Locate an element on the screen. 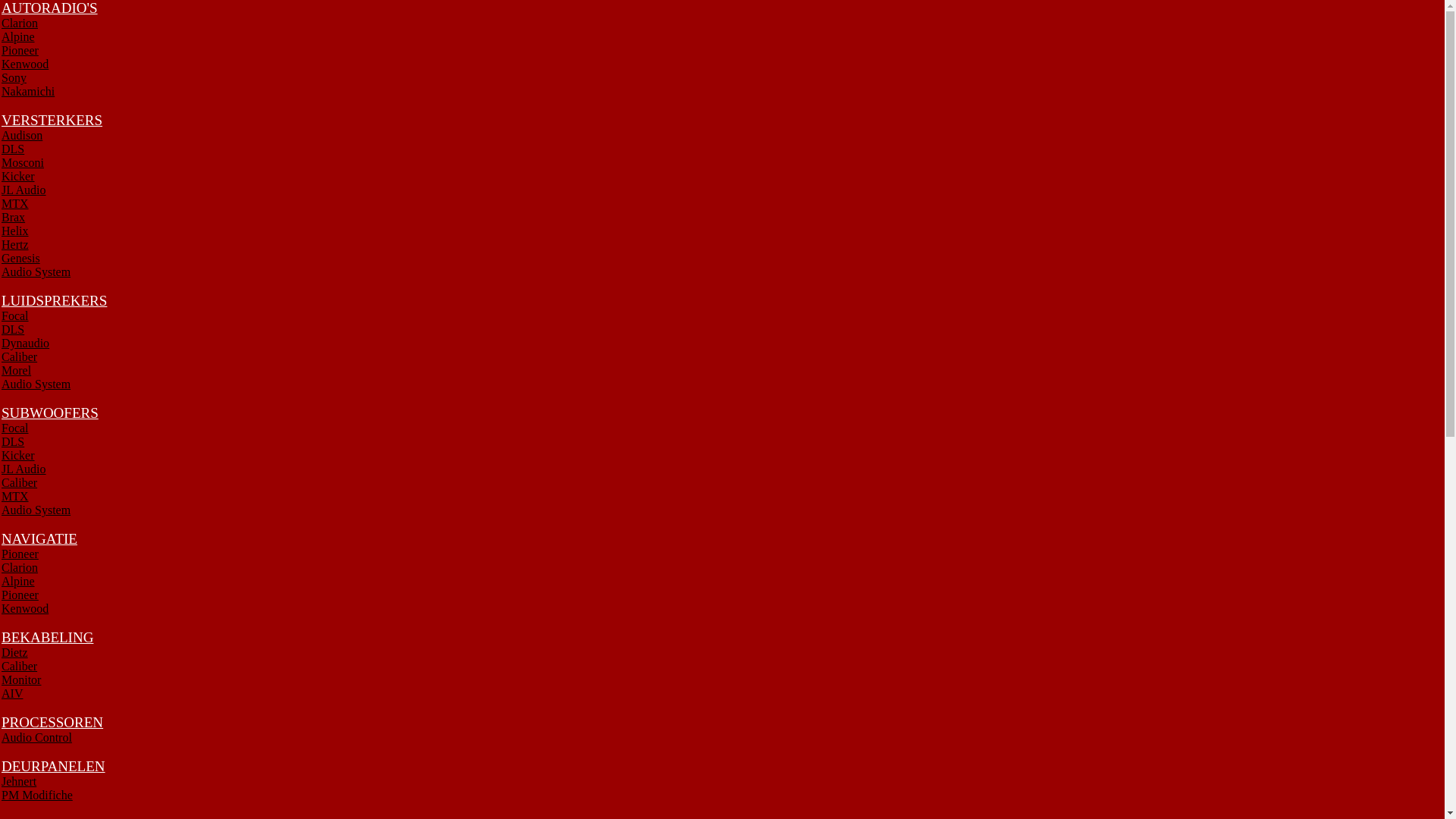 The image size is (1456, 819). 'PM Modifiche' is located at coordinates (1, 794).